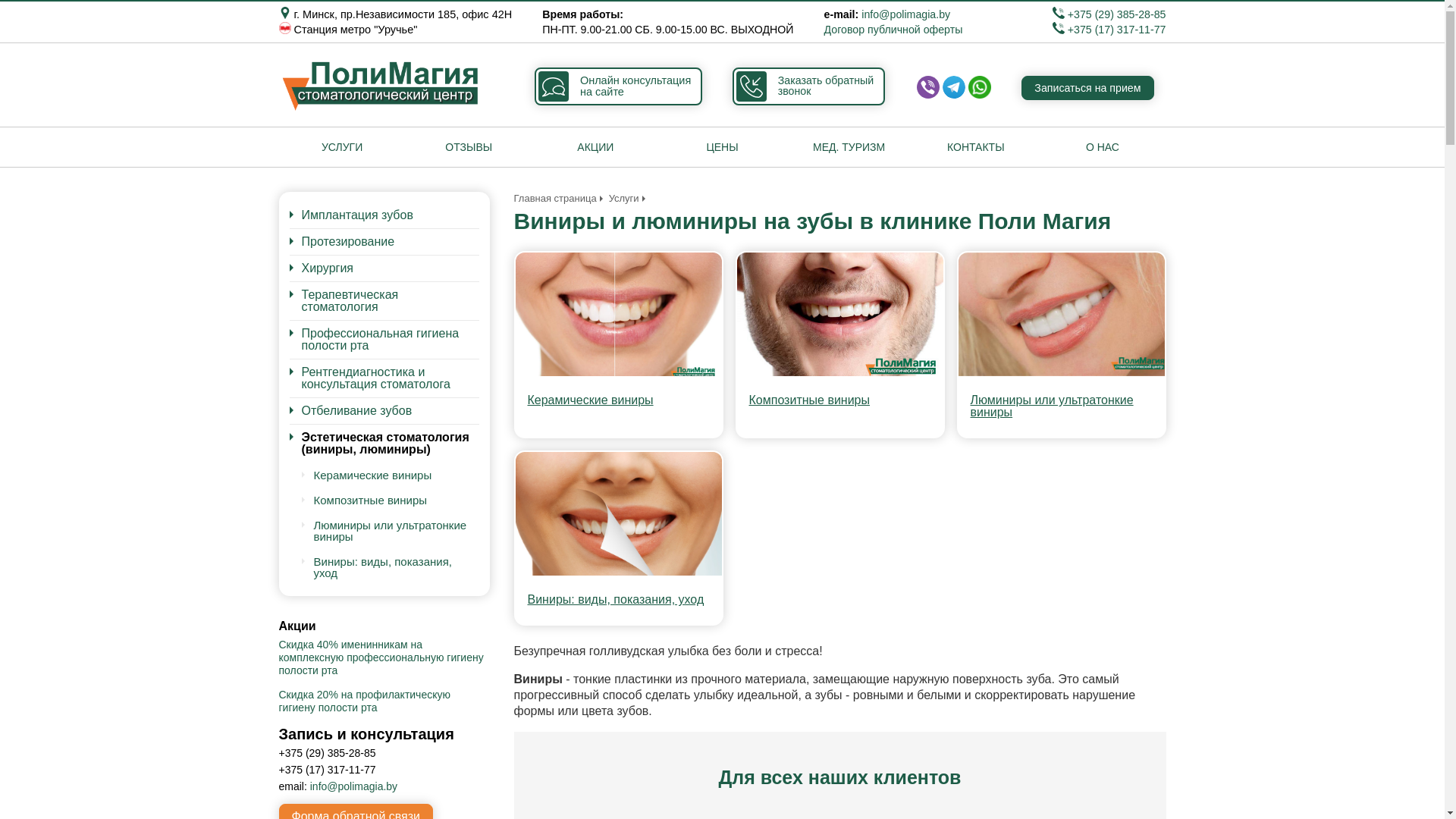 This screenshot has width=1456, height=819. I want to click on 'info@polimagia.by', so click(353, 786).